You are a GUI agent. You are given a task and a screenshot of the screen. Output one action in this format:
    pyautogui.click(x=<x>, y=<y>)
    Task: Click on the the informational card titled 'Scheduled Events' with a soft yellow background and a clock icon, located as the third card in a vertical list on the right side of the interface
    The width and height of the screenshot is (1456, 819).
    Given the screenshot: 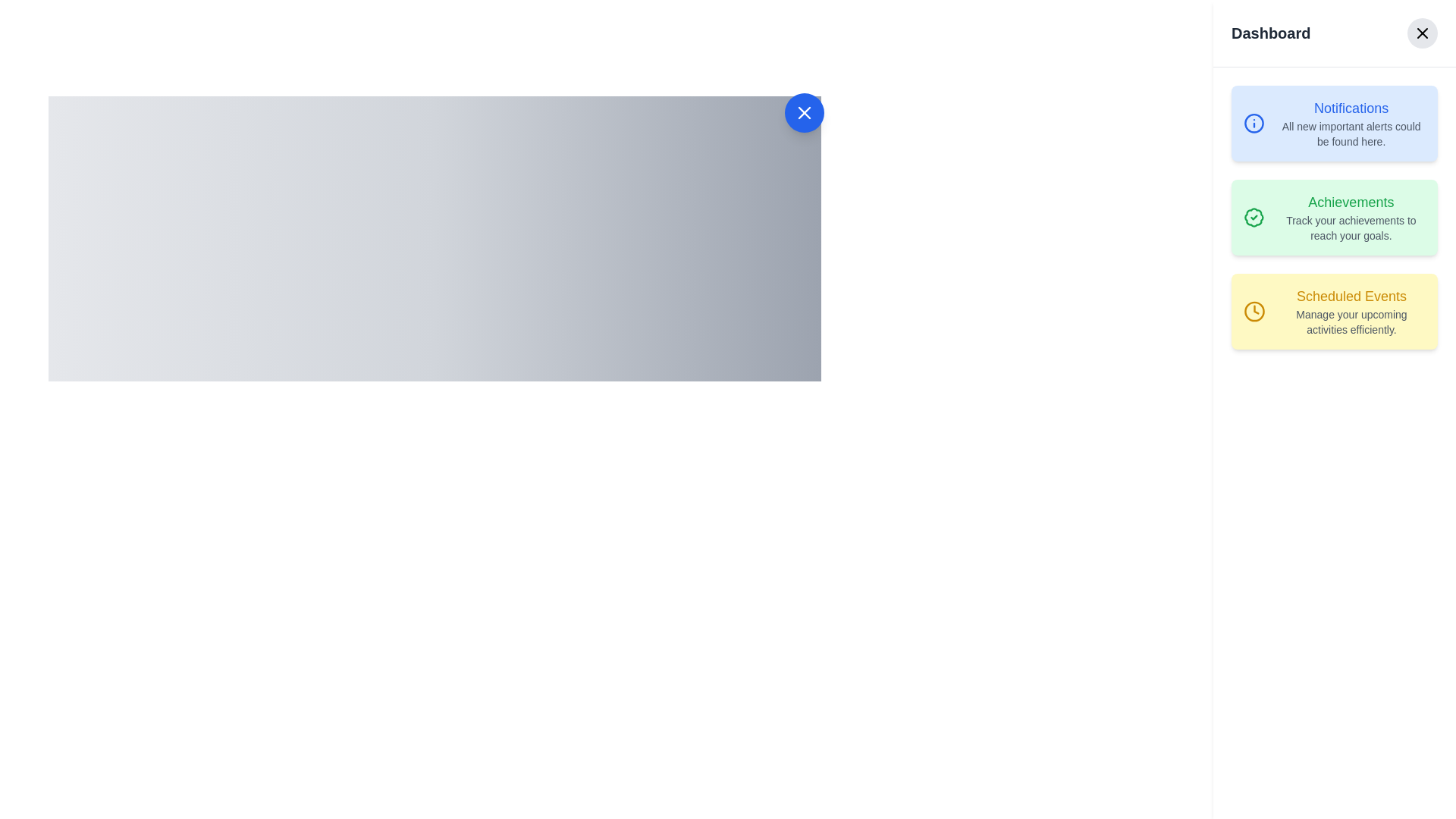 What is the action you would take?
    pyautogui.click(x=1335, y=311)
    